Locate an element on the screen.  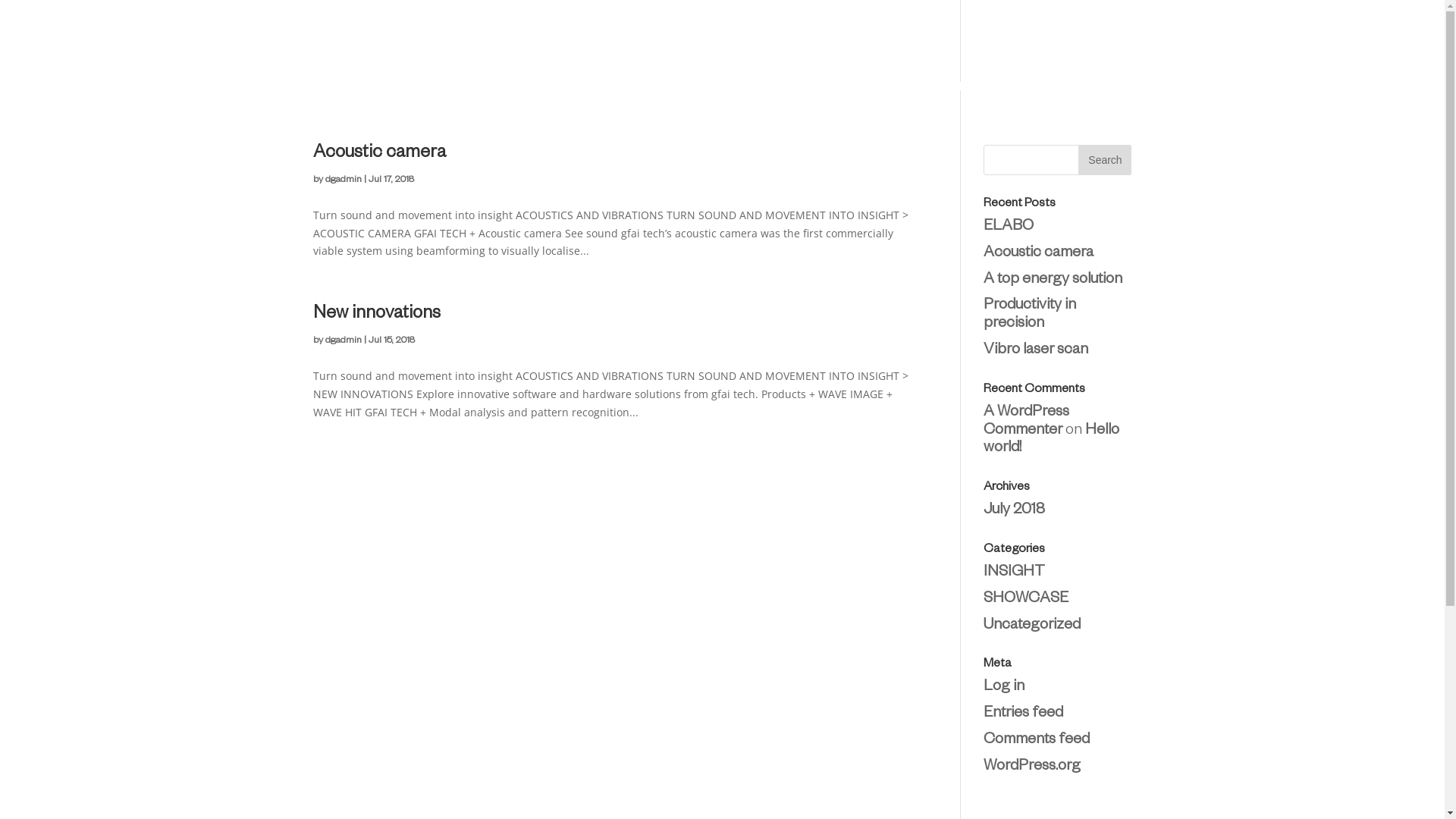
'Comments feed' is located at coordinates (1036, 739).